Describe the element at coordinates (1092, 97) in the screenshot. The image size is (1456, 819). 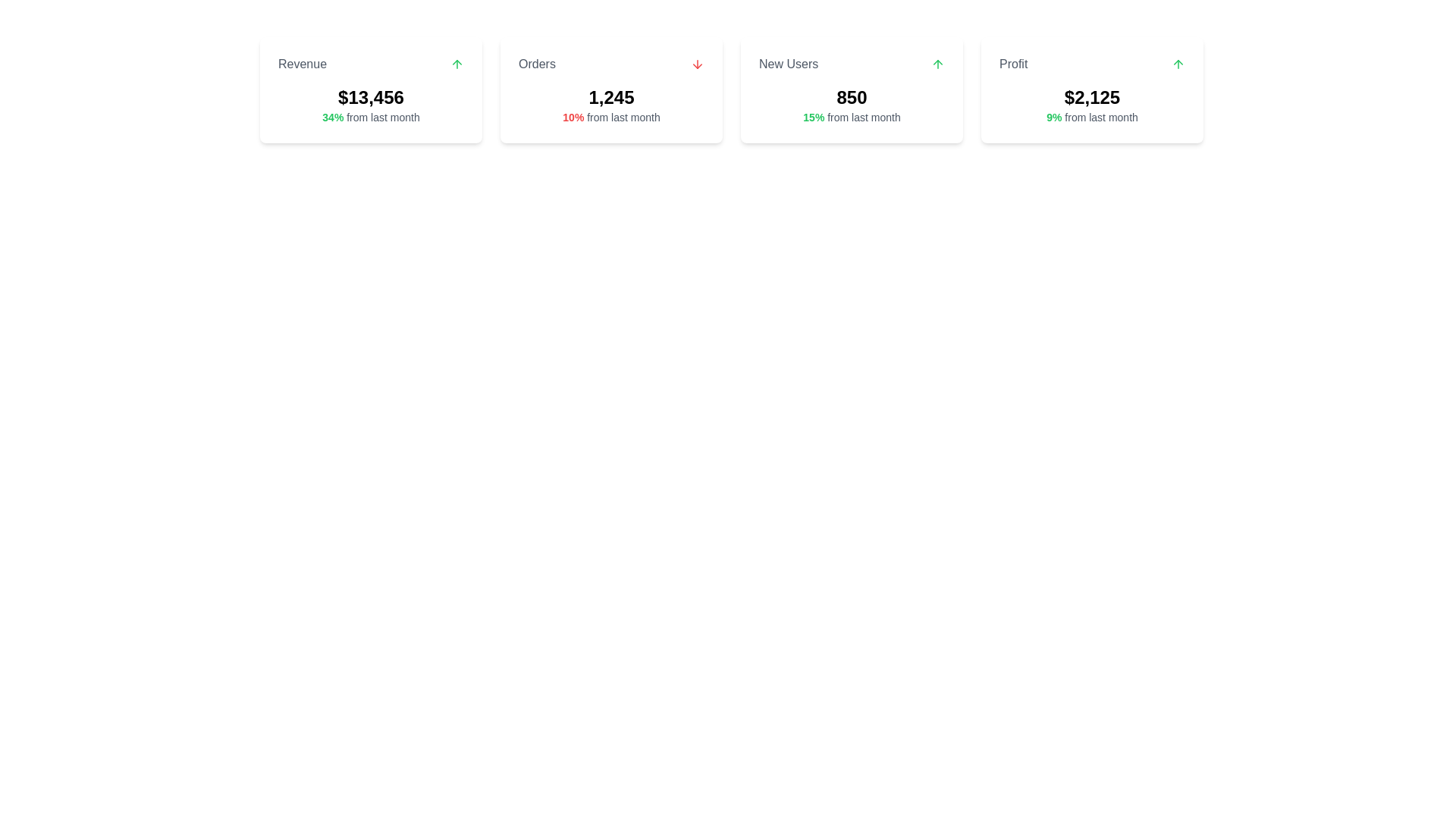
I see `text displayed in the large, bold font showing the financial metric '$2,125' within the 'Profit' card` at that location.